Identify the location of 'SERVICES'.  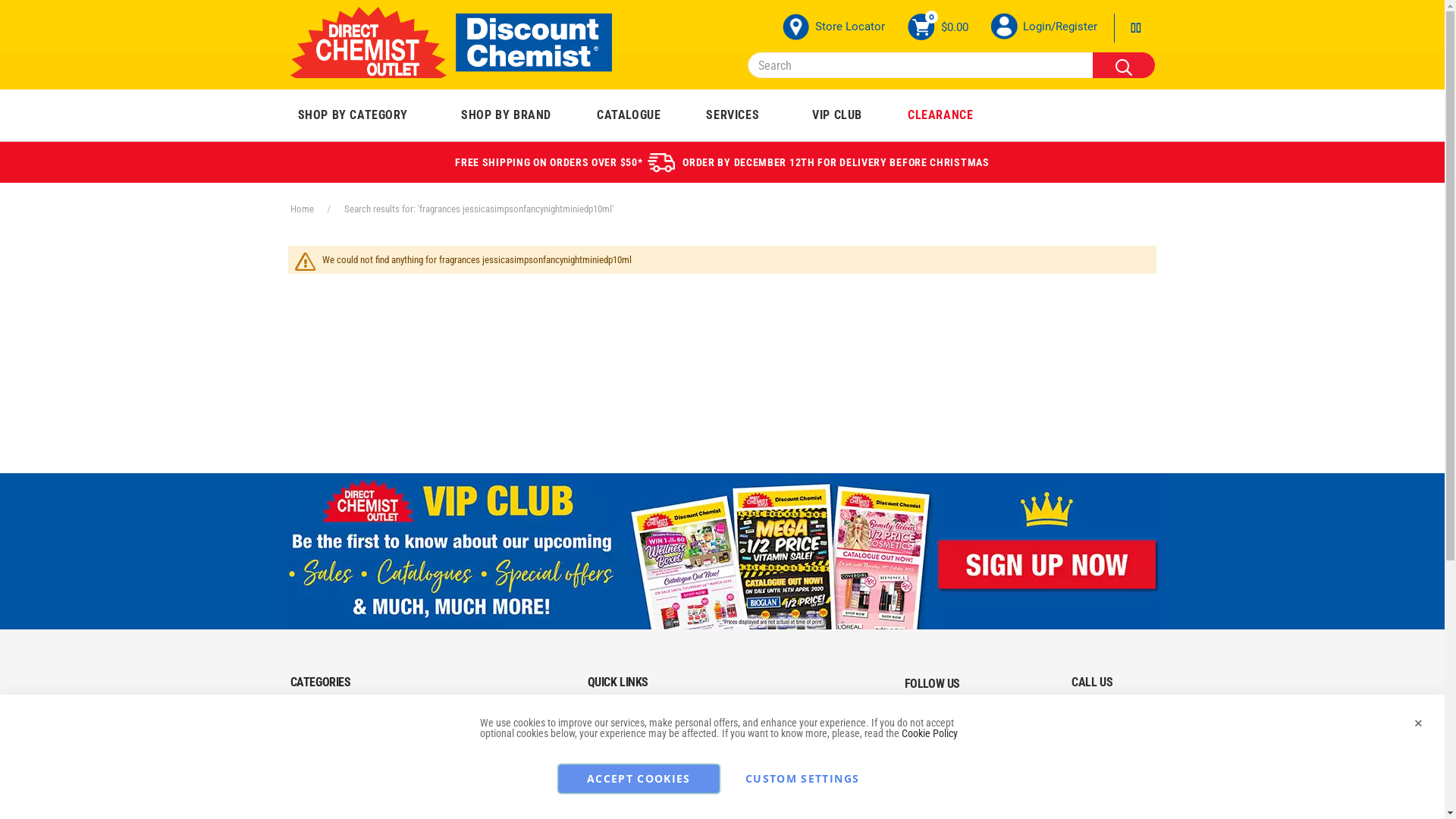
(732, 114).